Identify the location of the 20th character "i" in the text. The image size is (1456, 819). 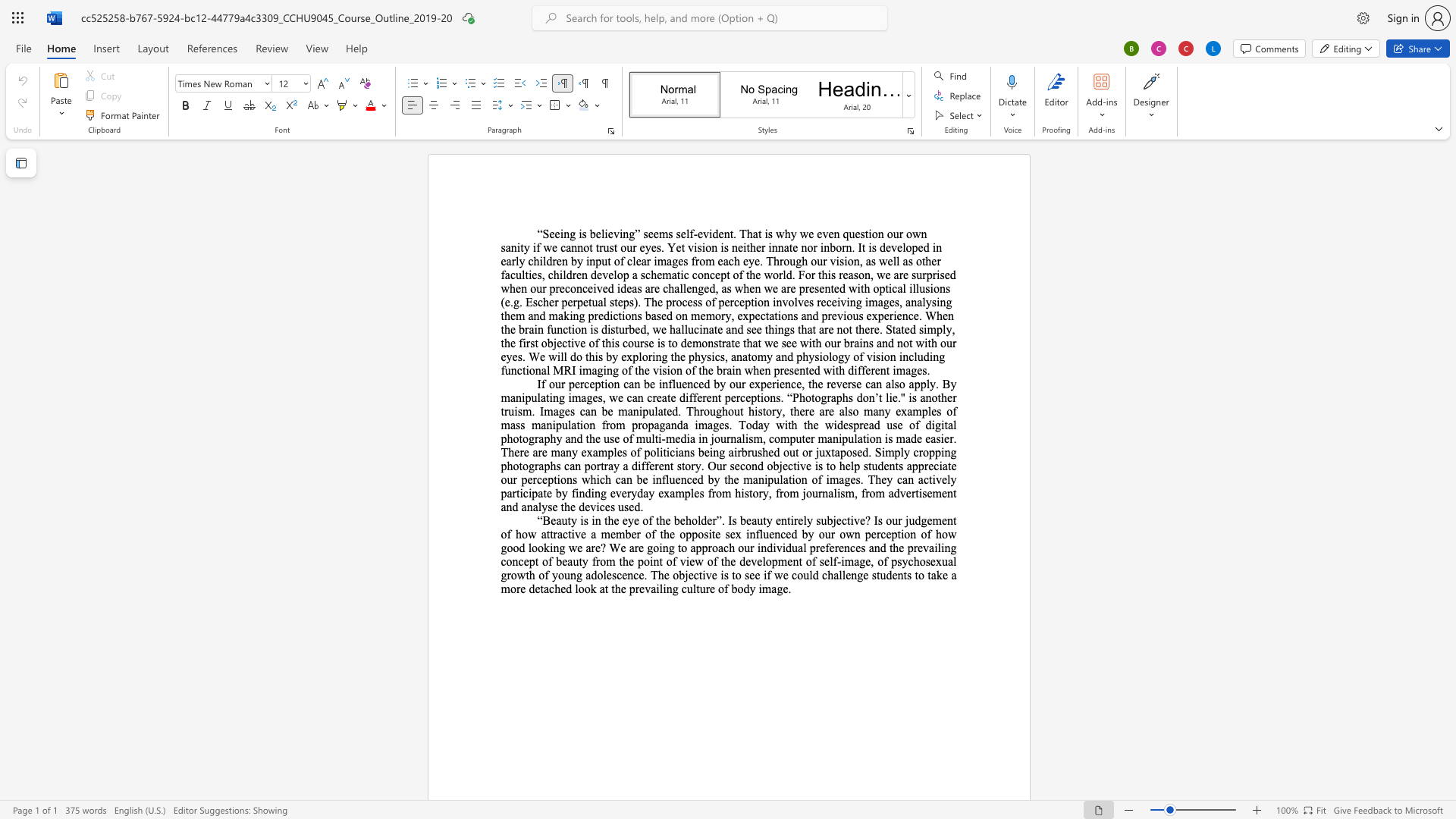
(942, 425).